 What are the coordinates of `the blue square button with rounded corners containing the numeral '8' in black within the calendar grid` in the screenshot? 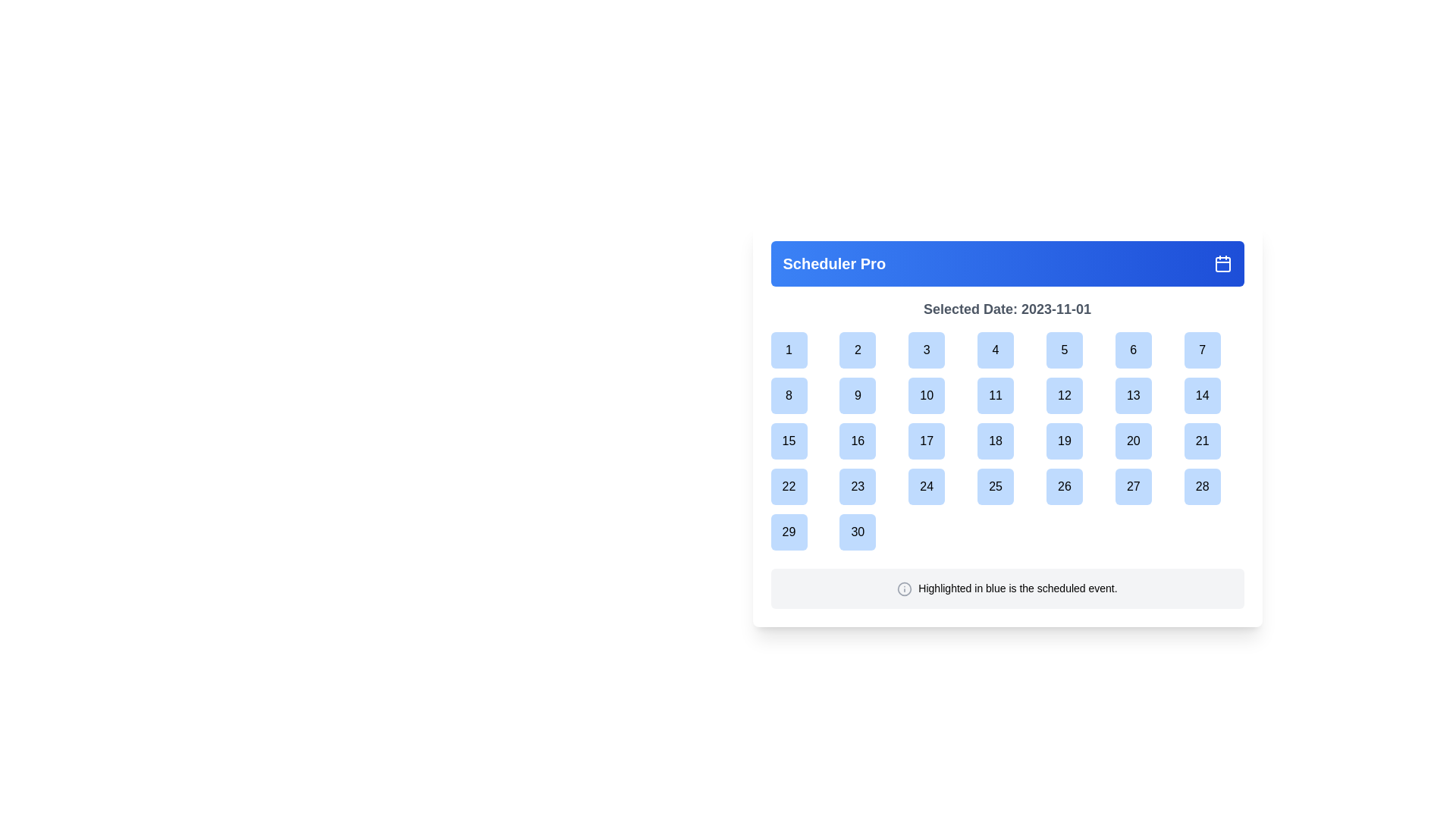 It's located at (800, 394).